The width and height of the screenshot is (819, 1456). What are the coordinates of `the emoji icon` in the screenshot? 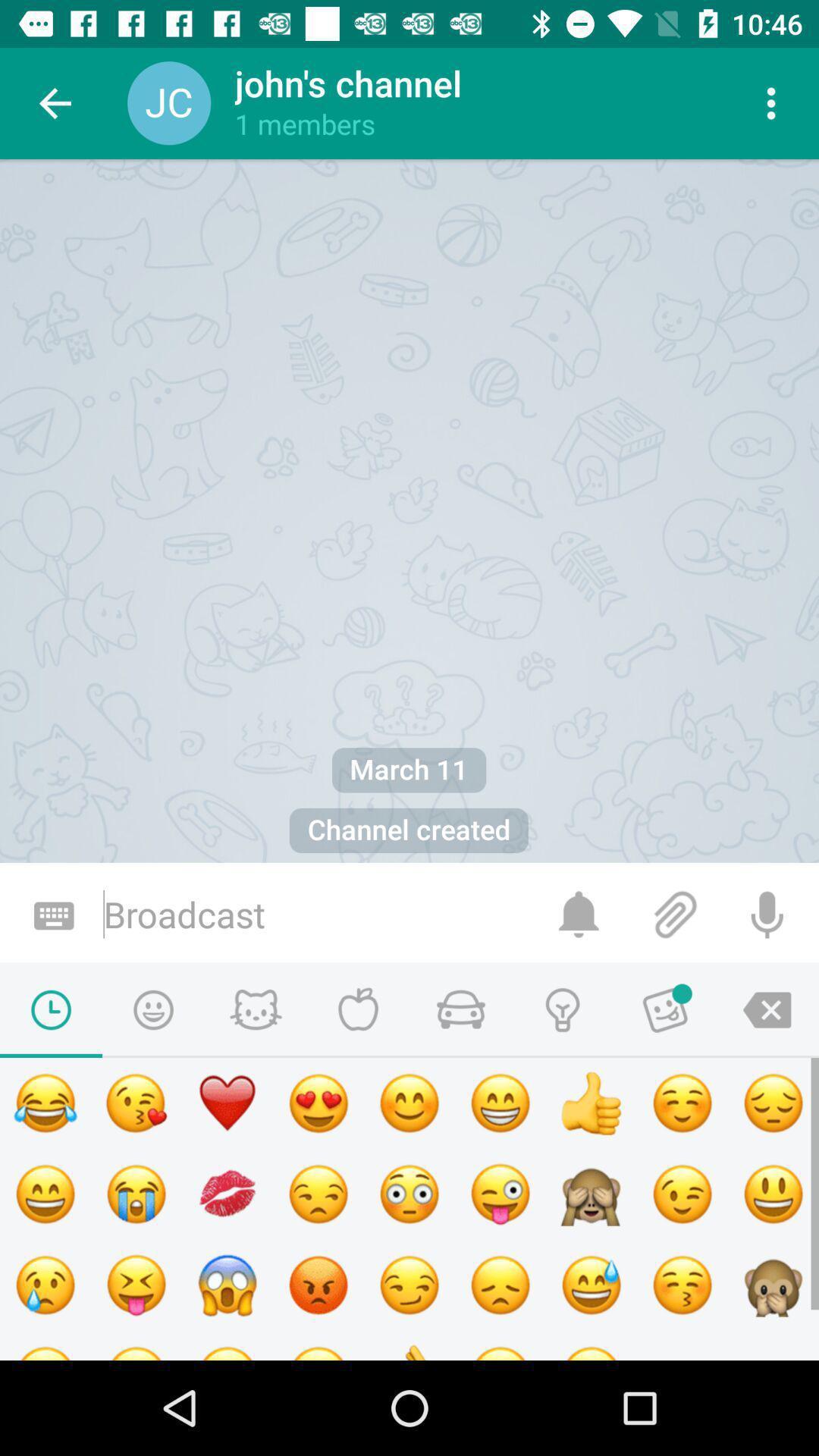 It's located at (500, 1193).